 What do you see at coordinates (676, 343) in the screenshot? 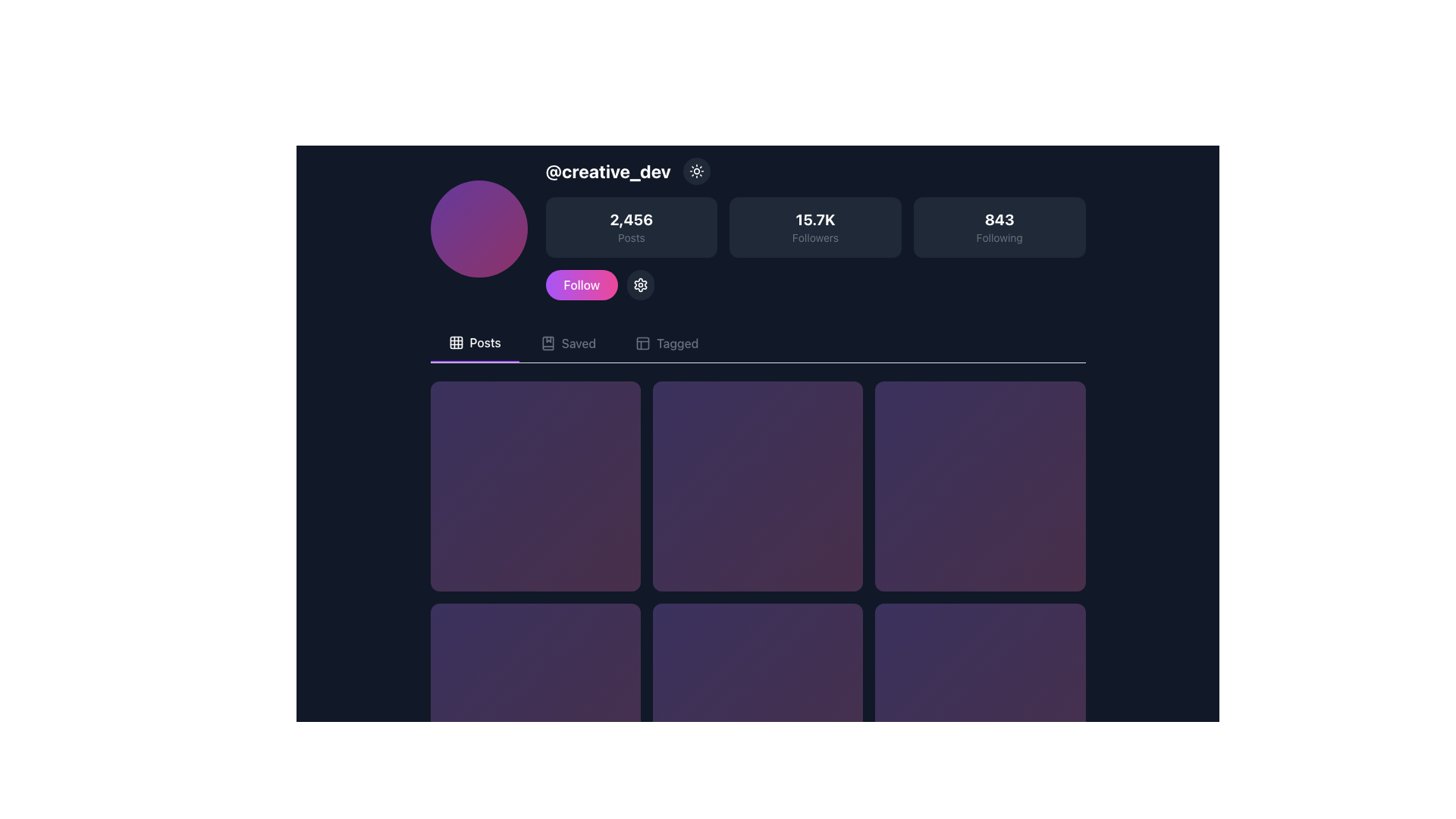
I see `the 'Tagged' Text label in the navigation menu` at bounding box center [676, 343].